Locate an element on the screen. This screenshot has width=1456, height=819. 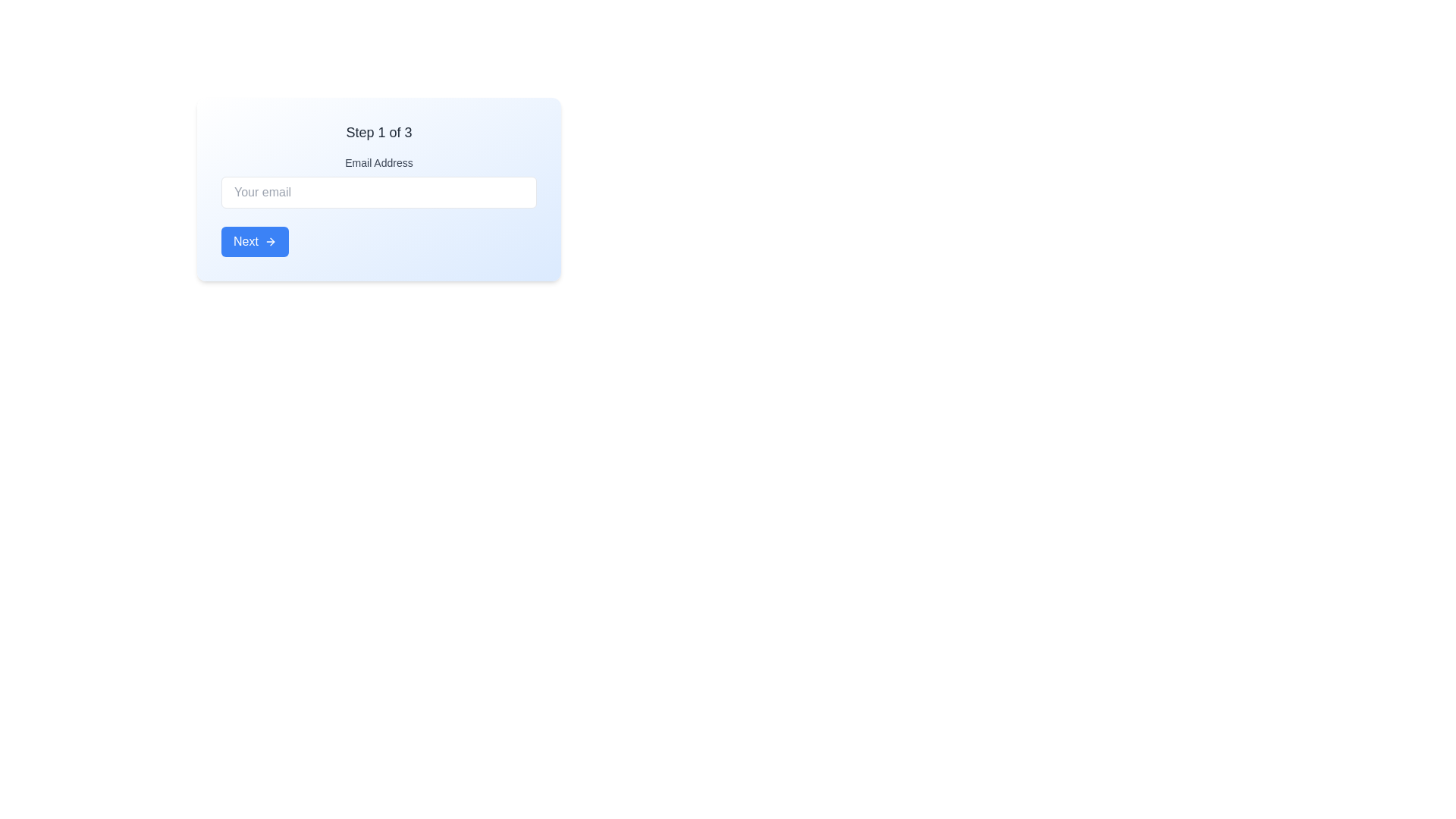
the rightward arrow icon located immediately to the right of the 'Next' text label within a blue rounded rectangle button is located at coordinates (270, 241).